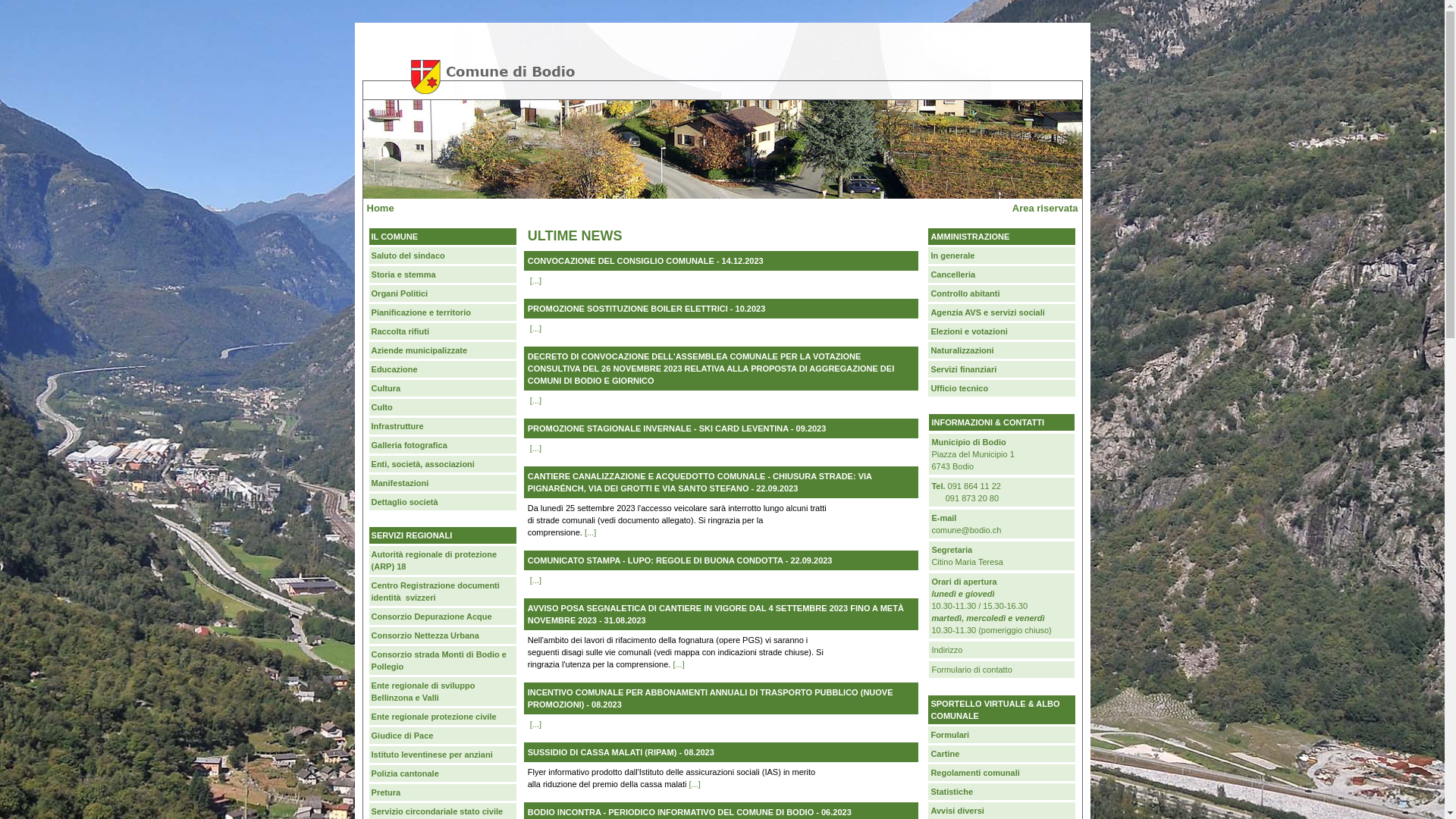 This screenshot has width=1456, height=819. What do you see at coordinates (442, 330) in the screenshot?
I see `'Raccolta rifiuti'` at bounding box center [442, 330].